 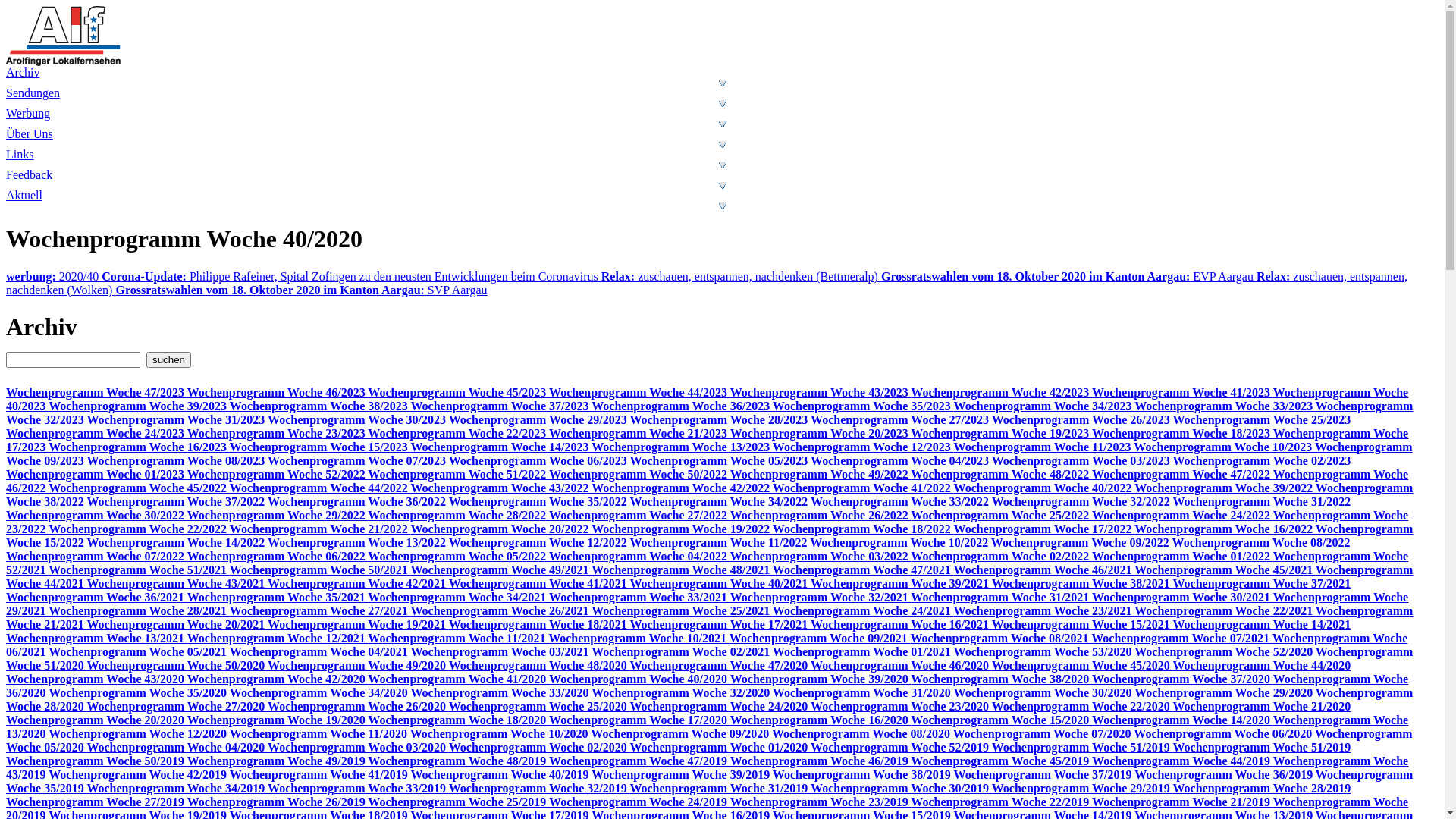 What do you see at coordinates (357, 419) in the screenshot?
I see `'Wochenprogramm Woche 30/2023'` at bounding box center [357, 419].